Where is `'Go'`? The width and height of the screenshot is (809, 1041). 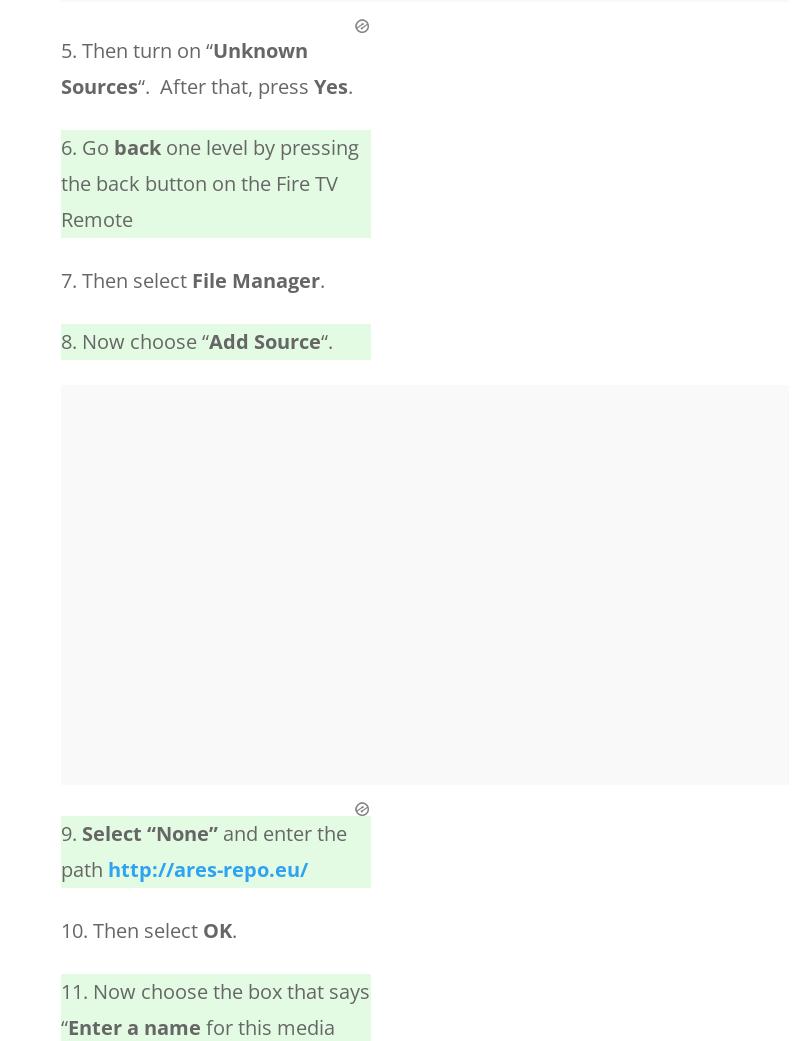 'Go' is located at coordinates (97, 147).